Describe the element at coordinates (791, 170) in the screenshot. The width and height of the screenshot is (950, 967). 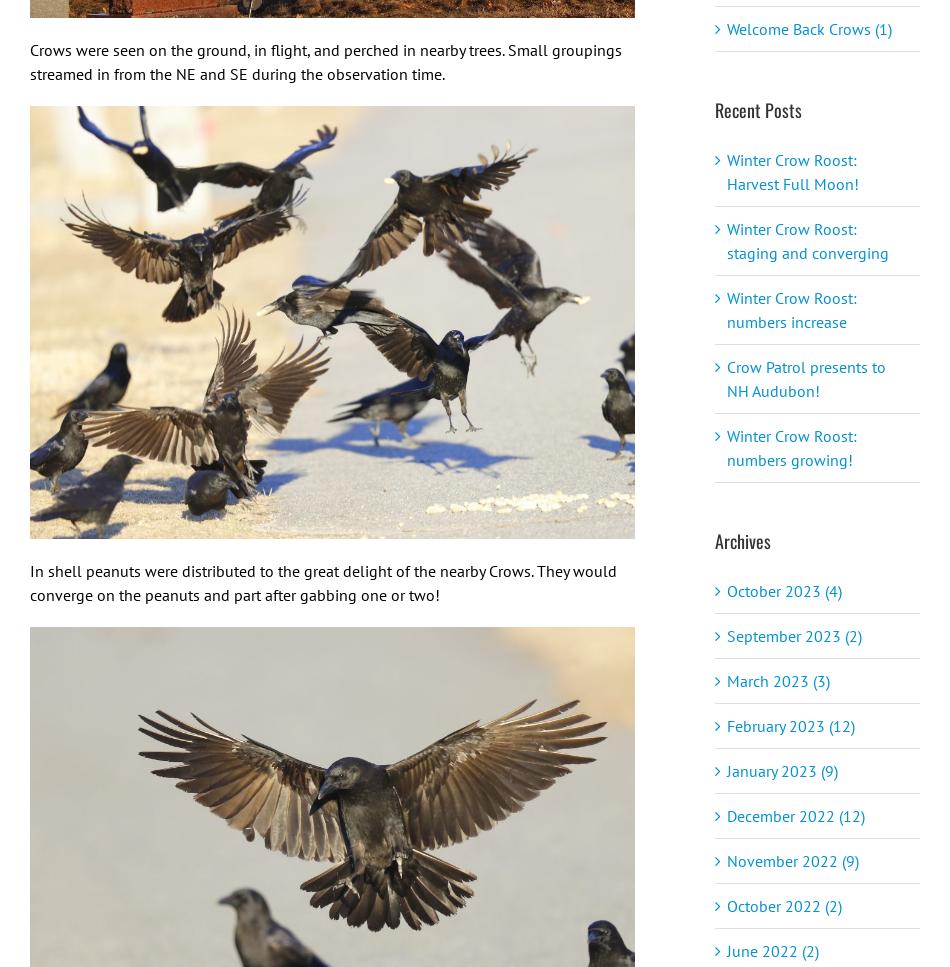
I see `'Winter Crow Roost: Harvest Full Moon!'` at that location.